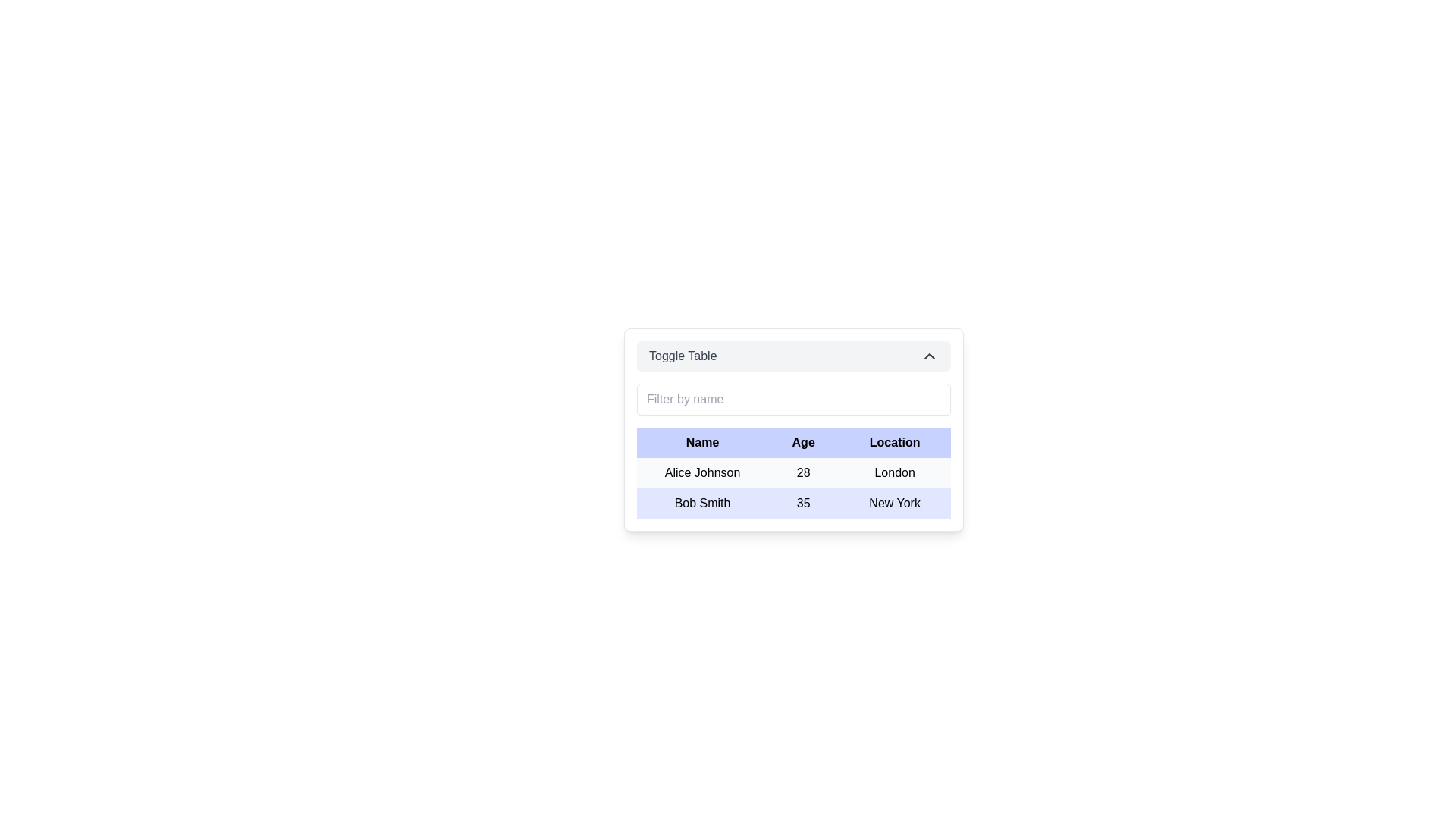 The image size is (1456, 819). What do you see at coordinates (895, 472) in the screenshot?
I see `the static text element indicating the location for user 'Alice Johnson', which is the rightmost element in the row of a table containing name, age, and location data` at bounding box center [895, 472].